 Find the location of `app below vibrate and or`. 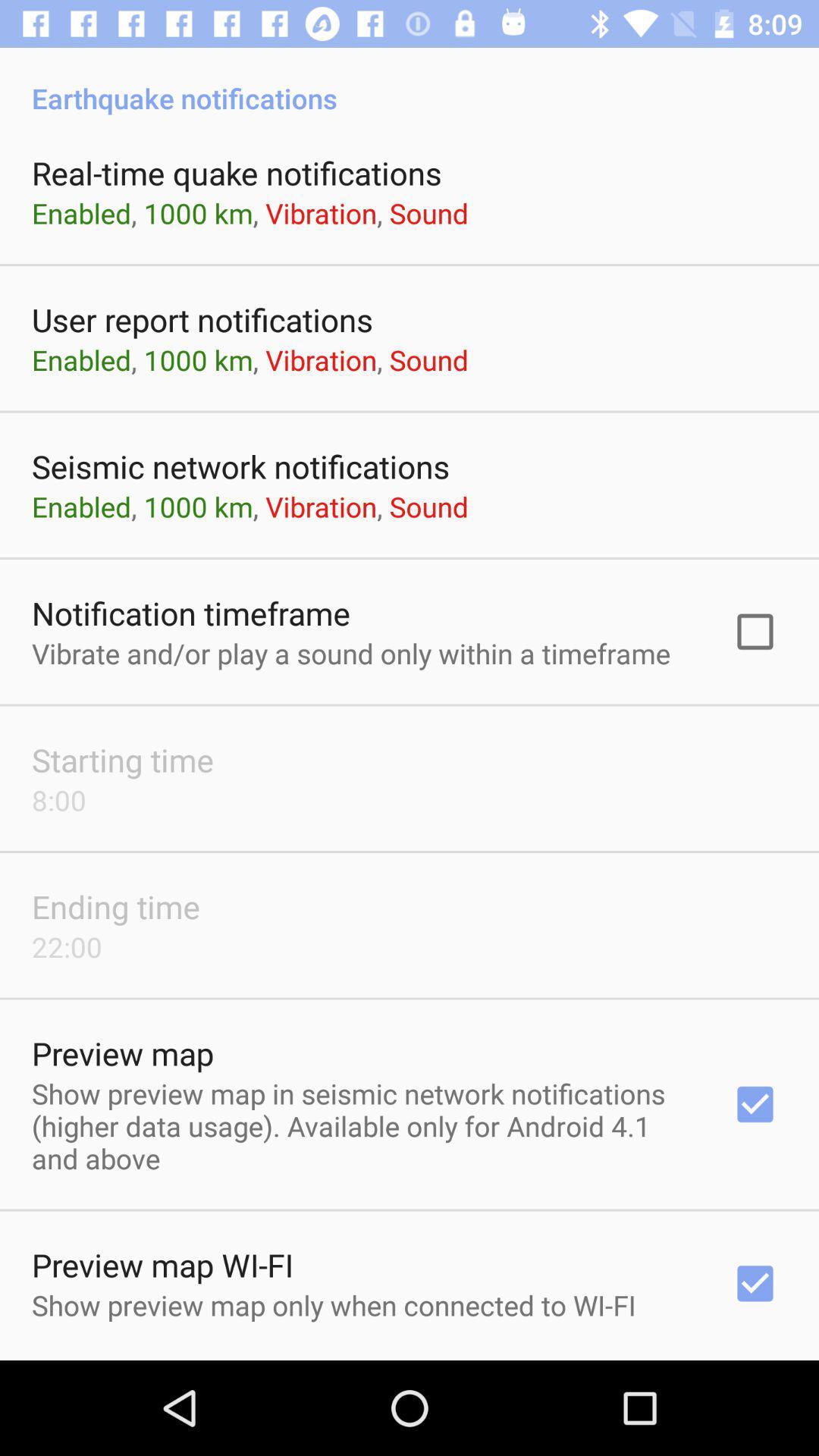

app below vibrate and or is located at coordinates (122, 760).